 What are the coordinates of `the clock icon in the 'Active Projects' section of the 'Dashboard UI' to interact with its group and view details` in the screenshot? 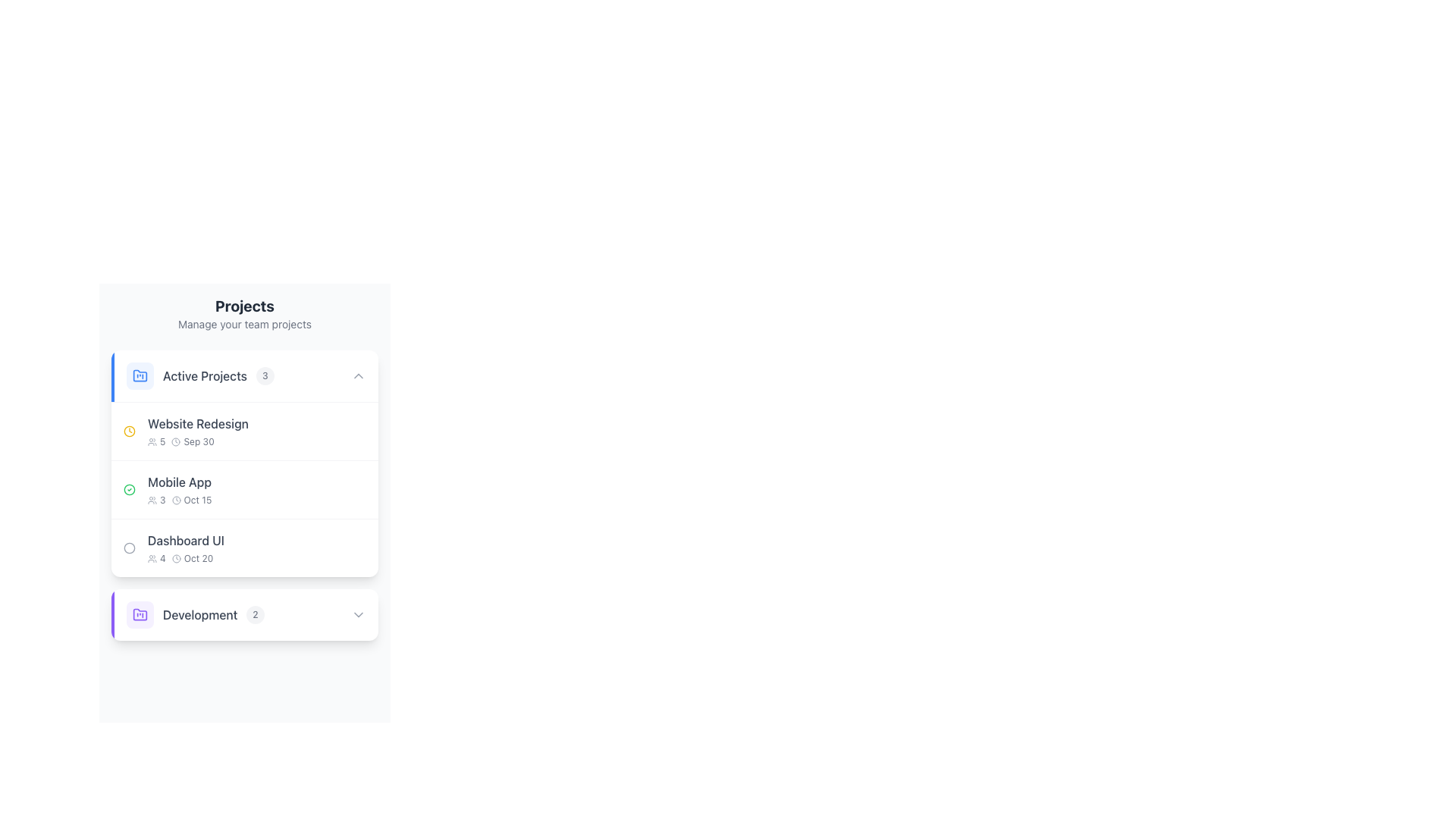 It's located at (176, 558).